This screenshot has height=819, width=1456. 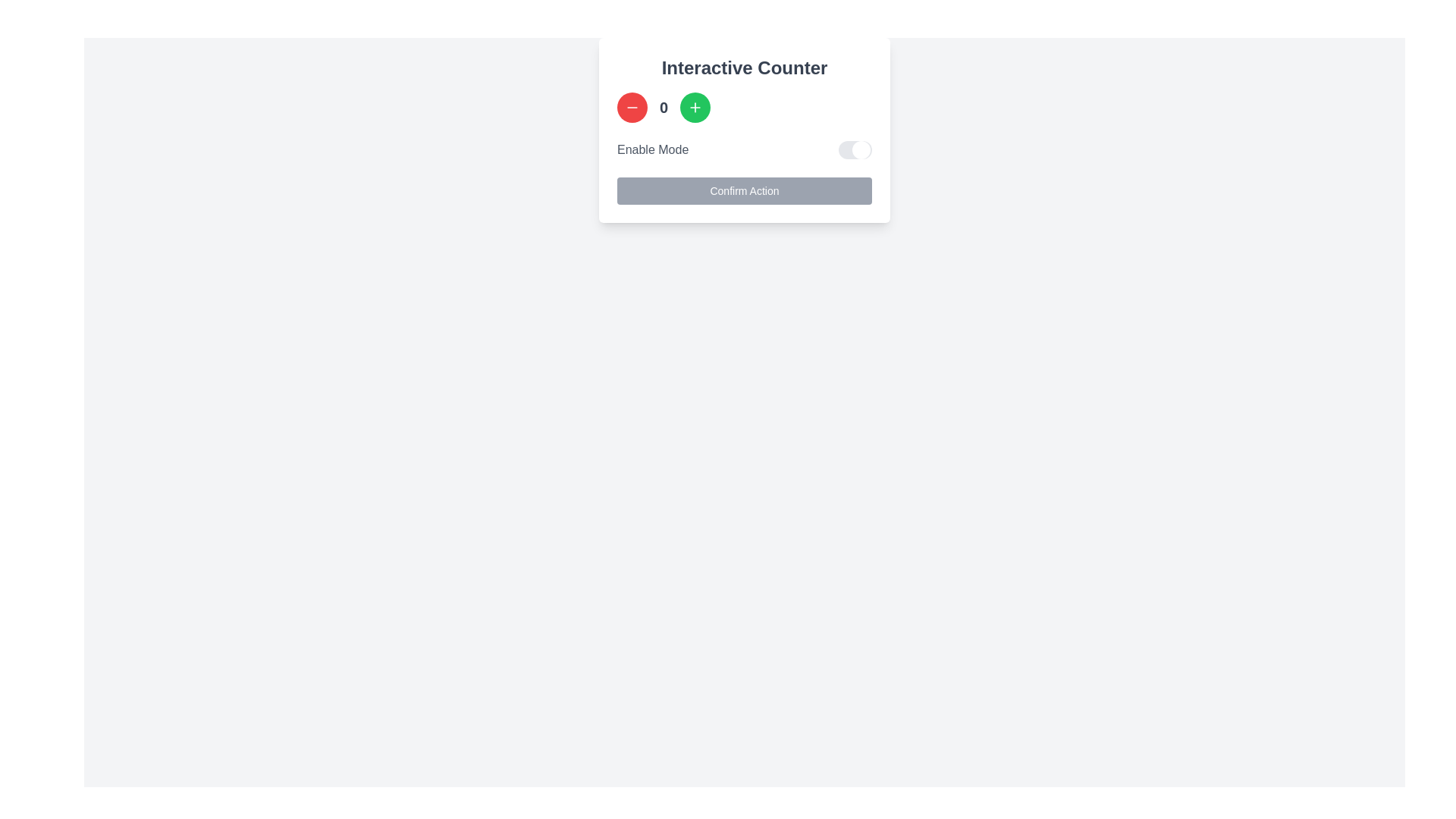 I want to click on the circular green button with a white plus sign, so click(x=695, y=107).